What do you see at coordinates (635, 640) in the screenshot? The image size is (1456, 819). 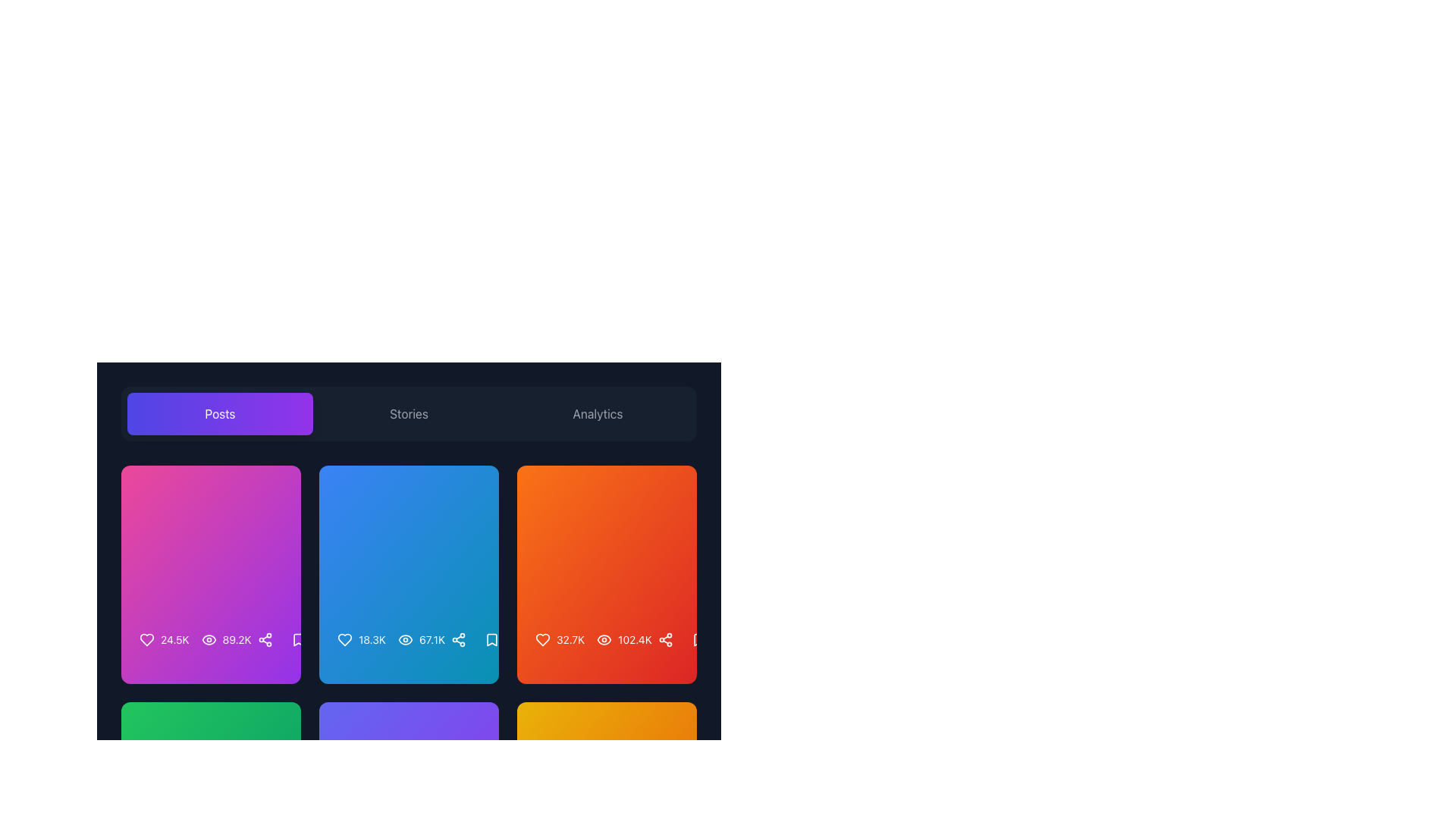 I see `the text label displaying the numerical view count located at the bottom-right section of a card with an orange gradient background, adjacent to an eye icon` at bounding box center [635, 640].